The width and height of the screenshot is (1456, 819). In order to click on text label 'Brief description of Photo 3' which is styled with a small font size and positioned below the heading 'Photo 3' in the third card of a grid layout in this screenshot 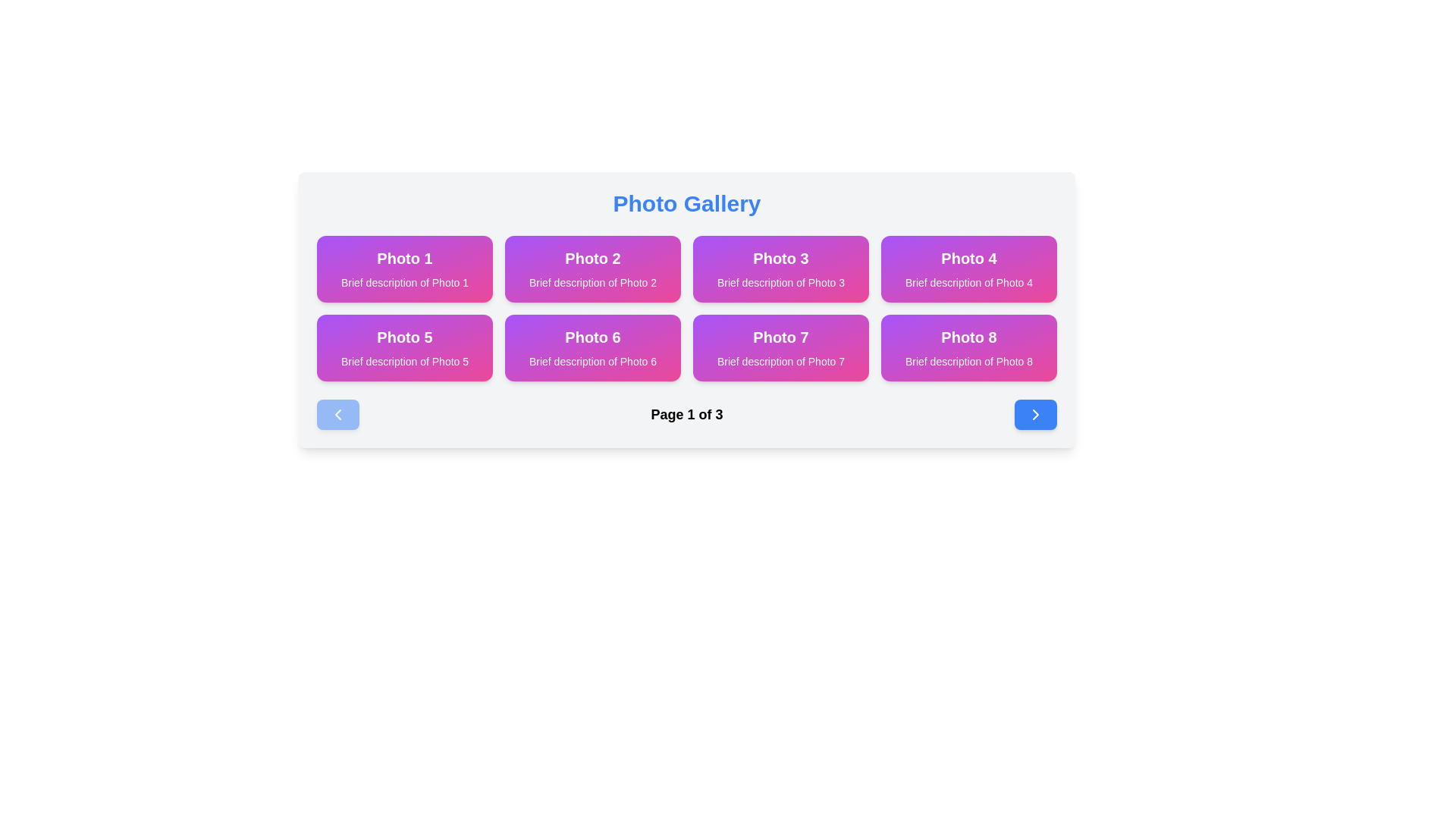, I will do `click(781, 283)`.